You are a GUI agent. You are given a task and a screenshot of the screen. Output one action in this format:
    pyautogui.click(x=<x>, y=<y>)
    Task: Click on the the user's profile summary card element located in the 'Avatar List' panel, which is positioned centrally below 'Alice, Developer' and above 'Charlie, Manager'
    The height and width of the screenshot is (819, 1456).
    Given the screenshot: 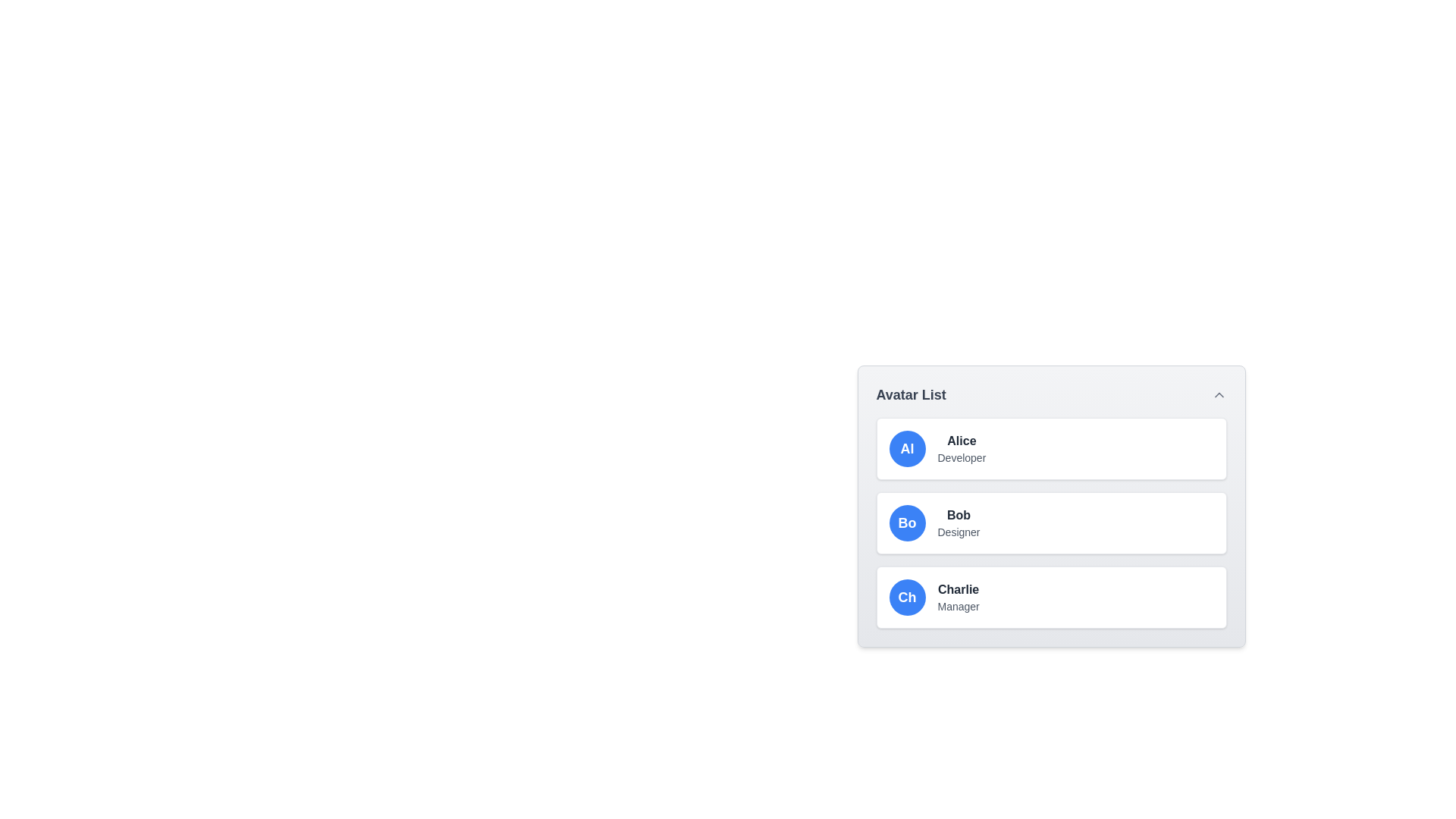 What is the action you would take?
    pyautogui.click(x=1050, y=522)
    